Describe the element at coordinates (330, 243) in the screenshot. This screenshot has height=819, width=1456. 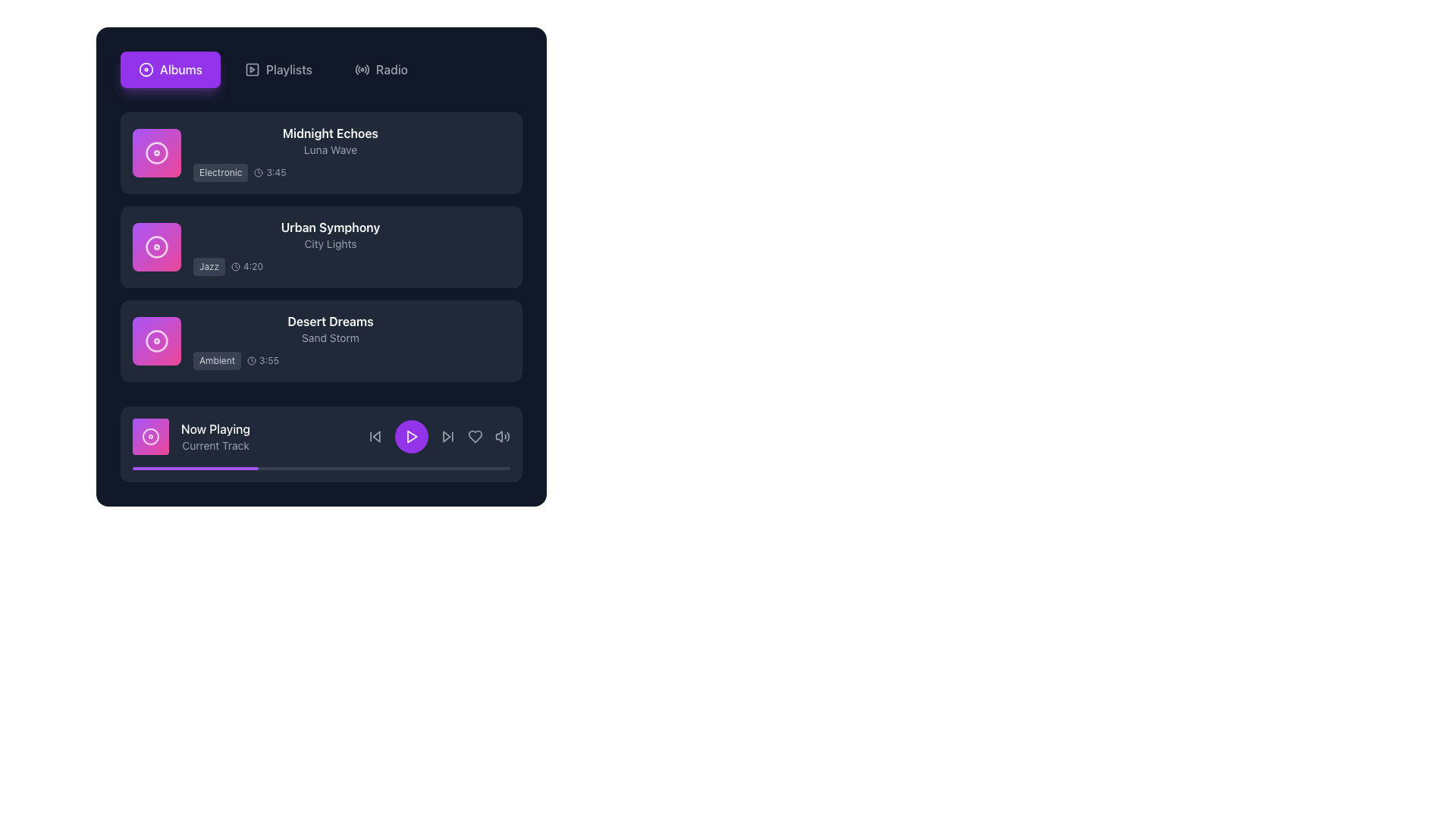
I see `descriptive text label located beneath the title 'Urban Symphony', which indicates details about the music track` at that location.